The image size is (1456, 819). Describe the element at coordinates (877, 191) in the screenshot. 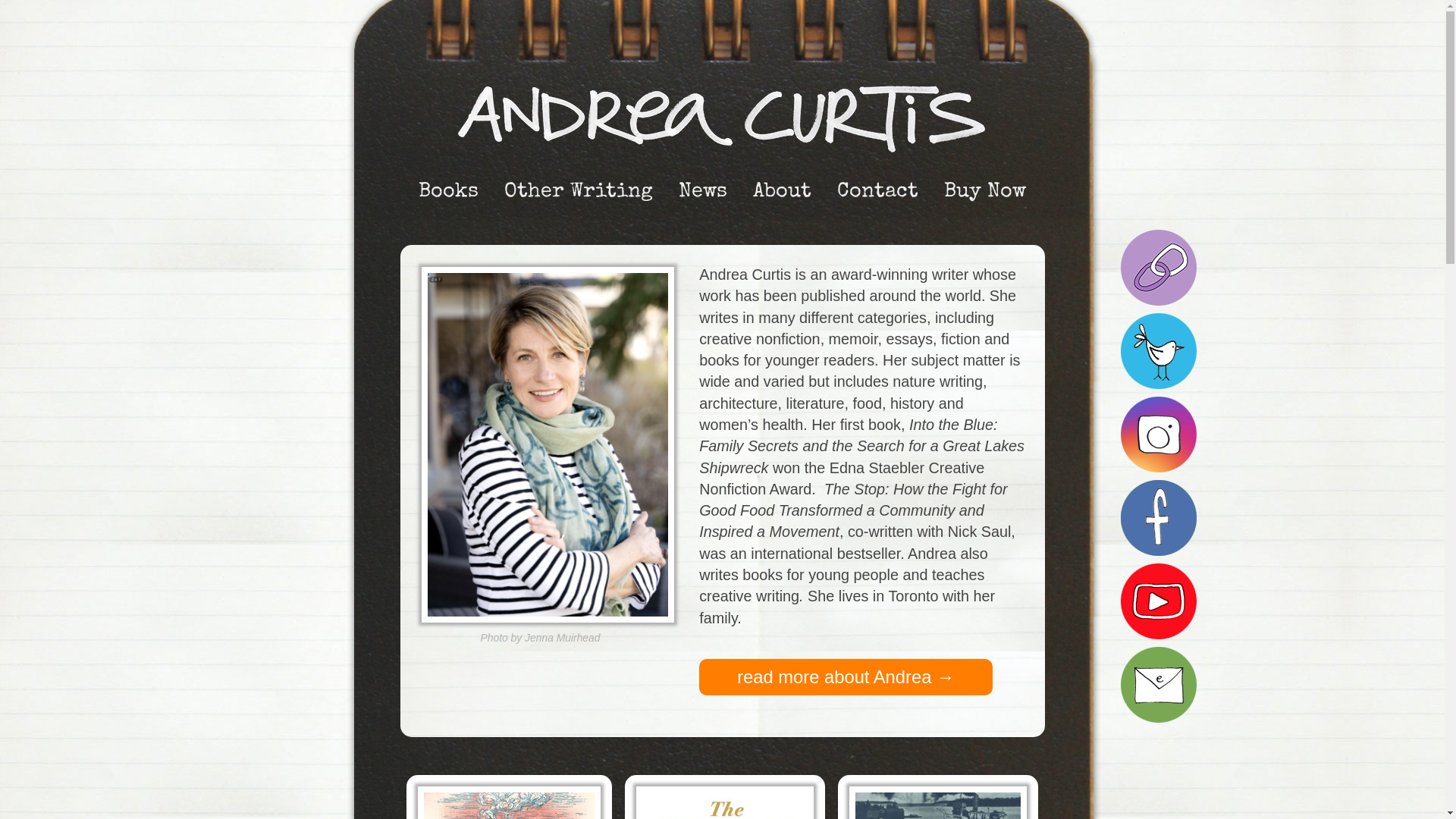

I see `'Contact'` at that location.